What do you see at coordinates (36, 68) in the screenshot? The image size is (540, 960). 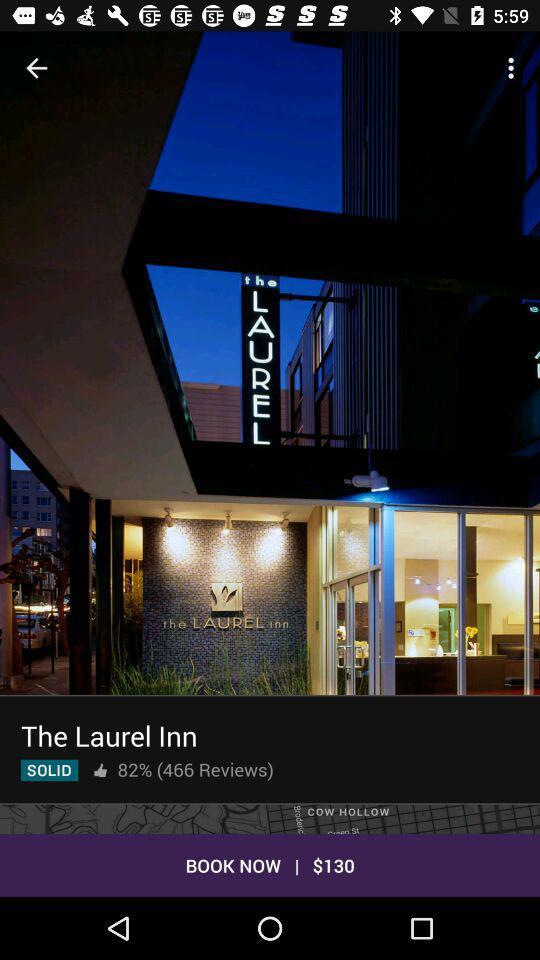 I see `the item at the top left corner` at bounding box center [36, 68].